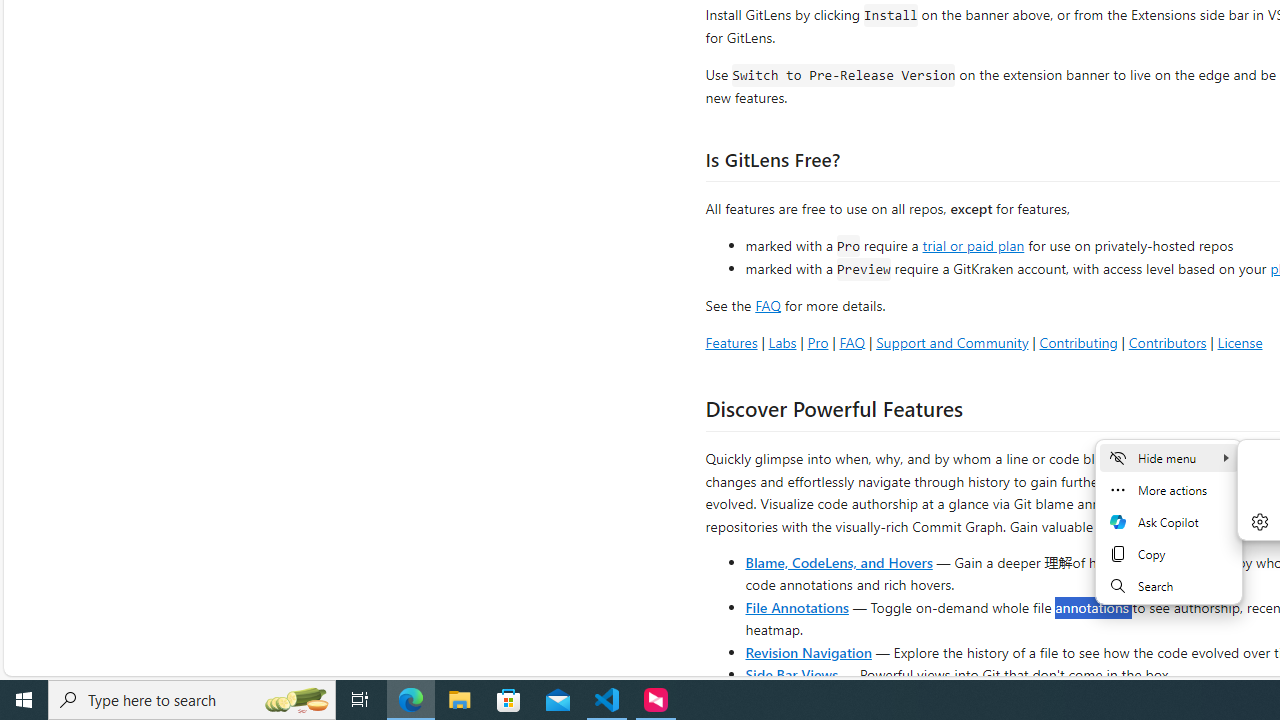 The image size is (1280, 720). I want to click on 'trial or paid plan', so click(973, 243).